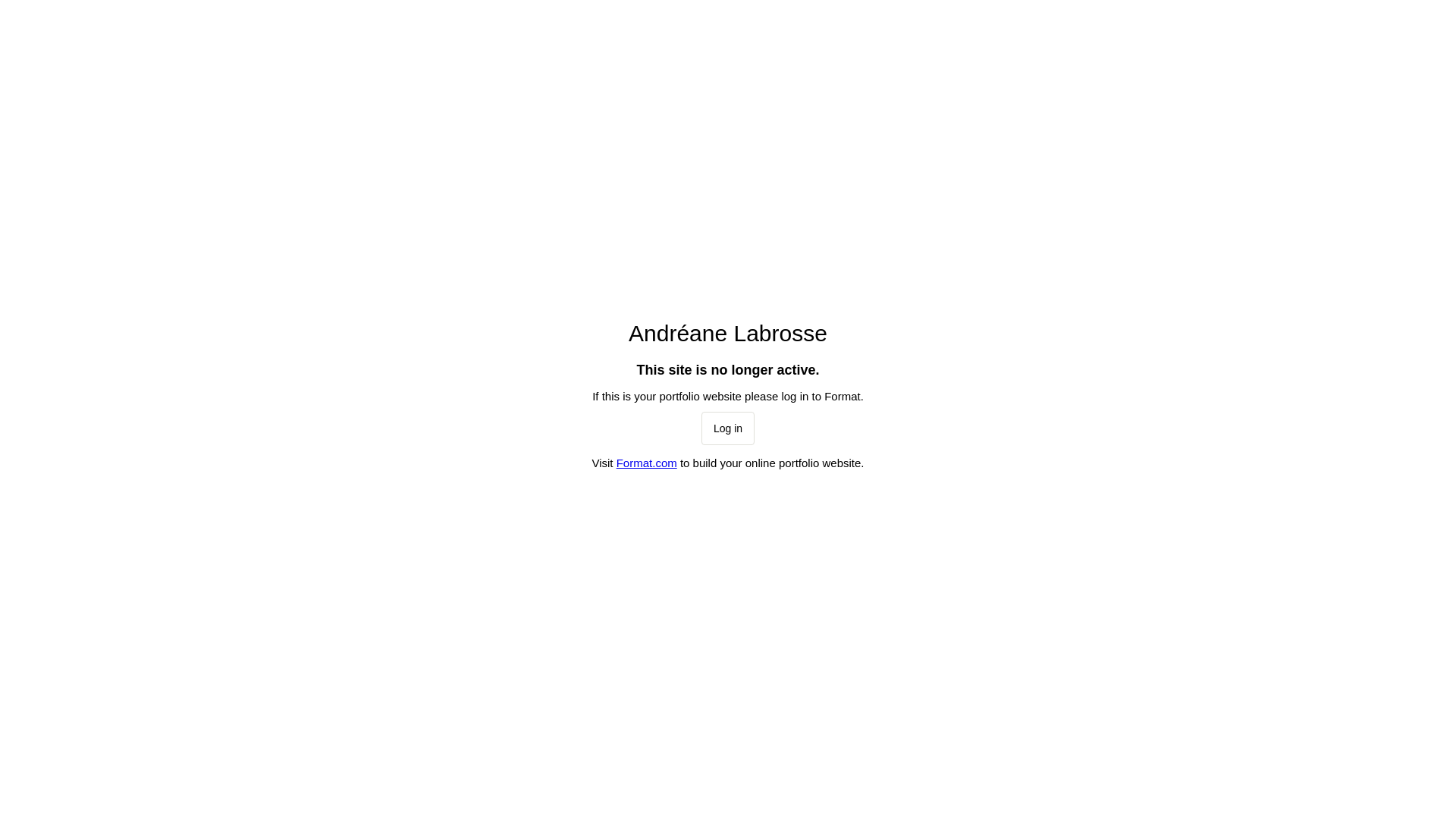 The image size is (1456, 819). Describe the element at coordinates (647, 462) in the screenshot. I see `'Format.com'` at that location.